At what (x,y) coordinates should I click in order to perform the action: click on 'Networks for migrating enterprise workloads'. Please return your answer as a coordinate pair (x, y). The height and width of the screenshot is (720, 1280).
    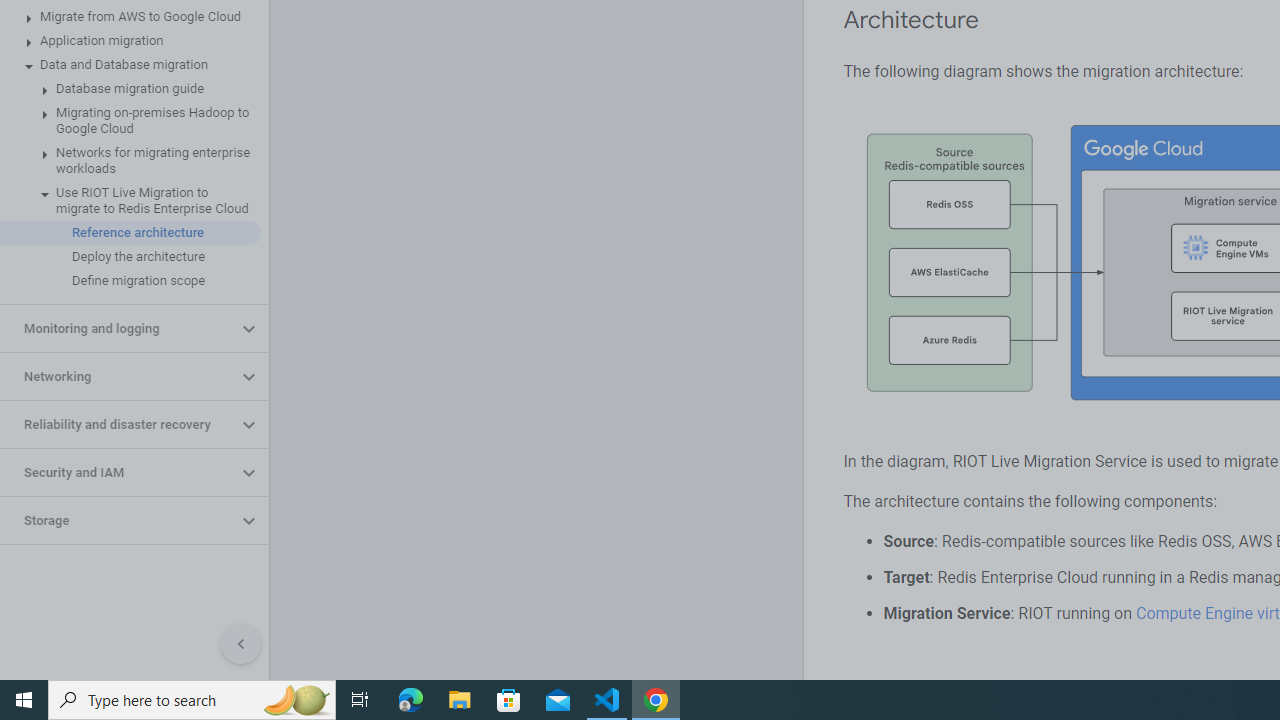
    Looking at the image, I should click on (129, 159).